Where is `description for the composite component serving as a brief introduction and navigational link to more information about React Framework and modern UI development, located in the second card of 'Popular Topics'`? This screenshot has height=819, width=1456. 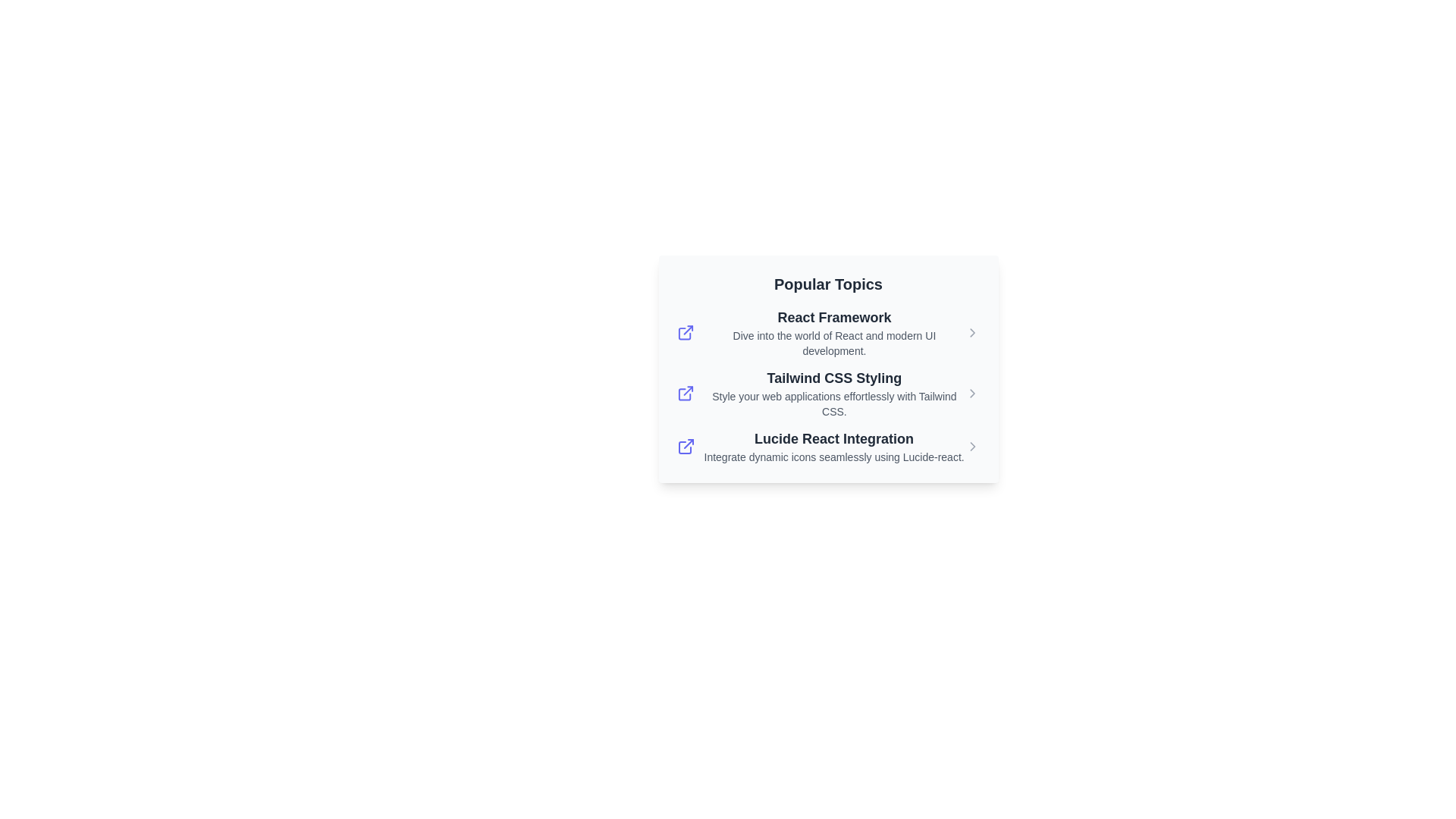
description for the composite component serving as a brief introduction and navigational link to more information about React Framework and modern UI development, located in the second card of 'Popular Topics' is located at coordinates (833, 332).